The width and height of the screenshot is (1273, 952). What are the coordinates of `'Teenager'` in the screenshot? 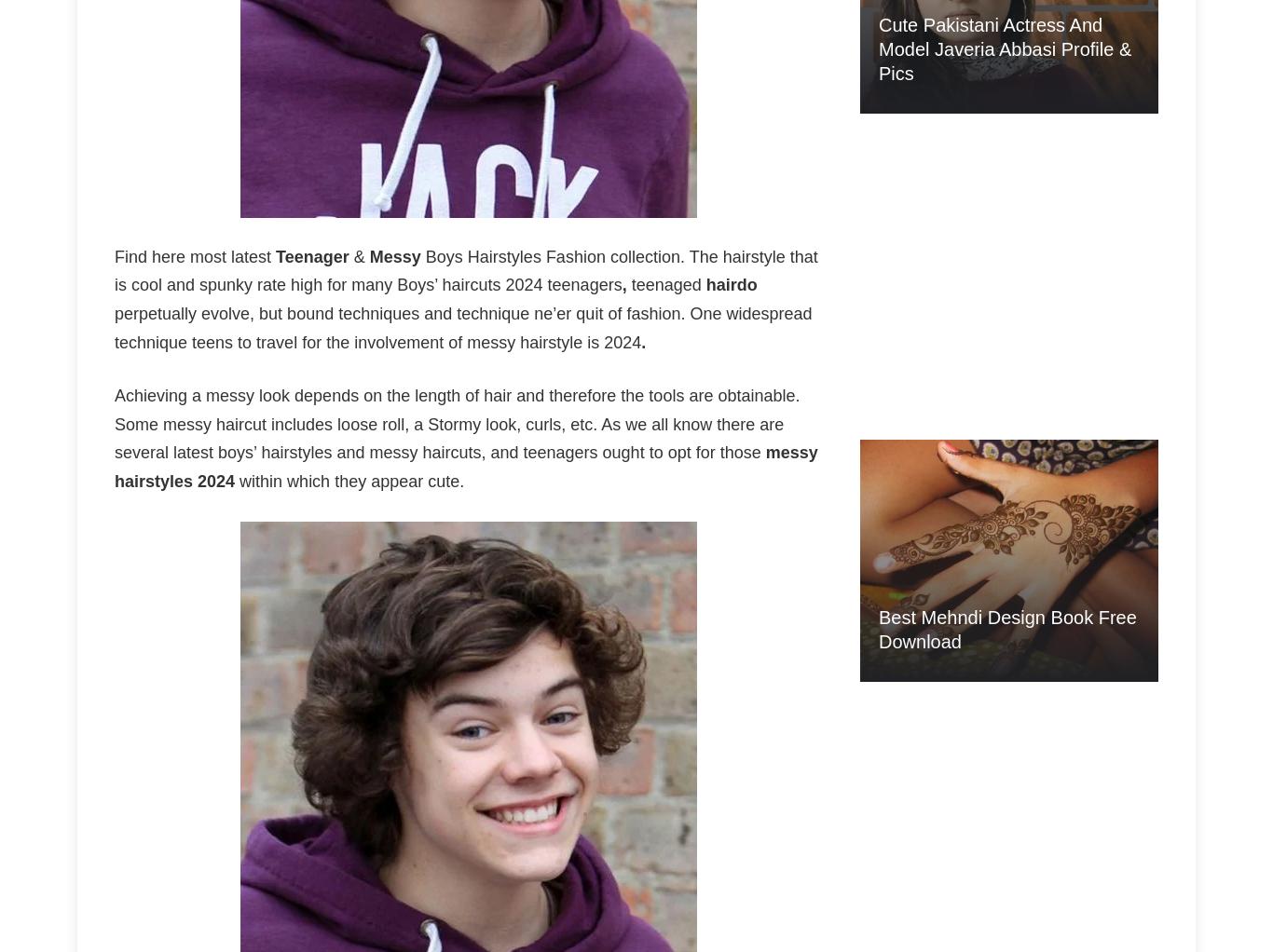 It's located at (311, 256).